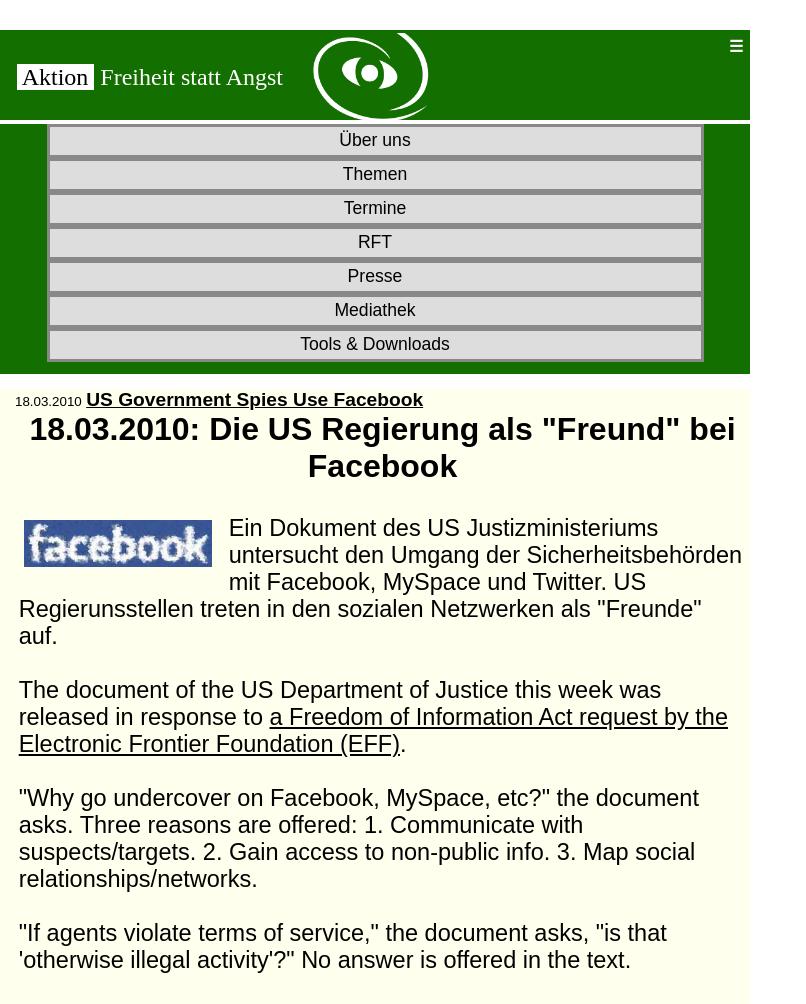 This screenshot has height=1004, width=806. What do you see at coordinates (373, 275) in the screenshot?
I see `'Presse'` at bounding box center [373, 275].